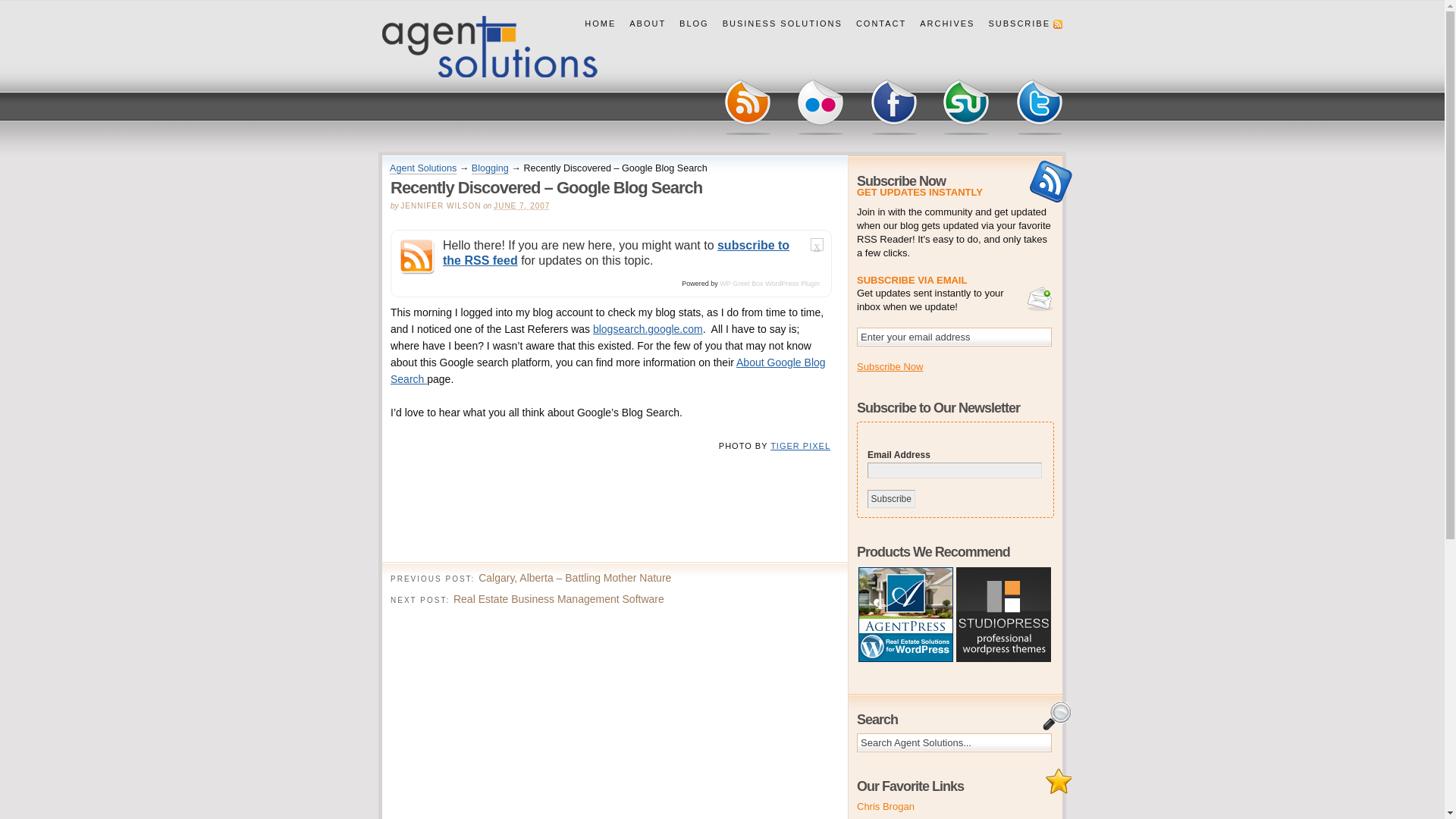 Image resolution: width=1456 pixels, height=819 pixels. What do you see at coordinates (848, 24) in the screenshot?
I see `'CONTACT'` at bounding box center [848, 24].